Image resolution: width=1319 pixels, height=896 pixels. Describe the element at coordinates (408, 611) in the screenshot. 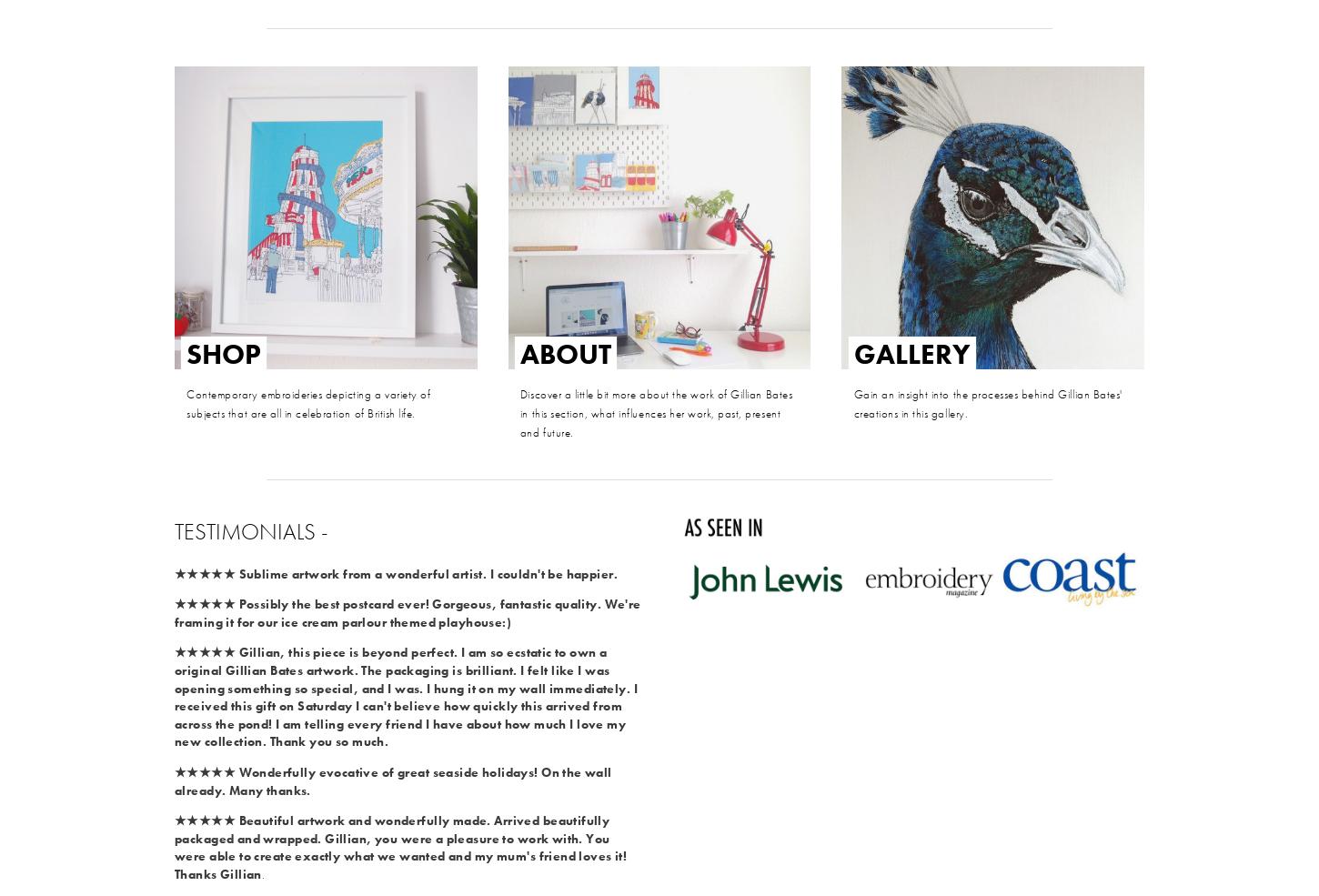

I see `'★★★★★ Possibly the best postcard ever! Gorgeous, fantastic quality. We're framing it for our ice cream parlour themed playhouse:)'` at that location.